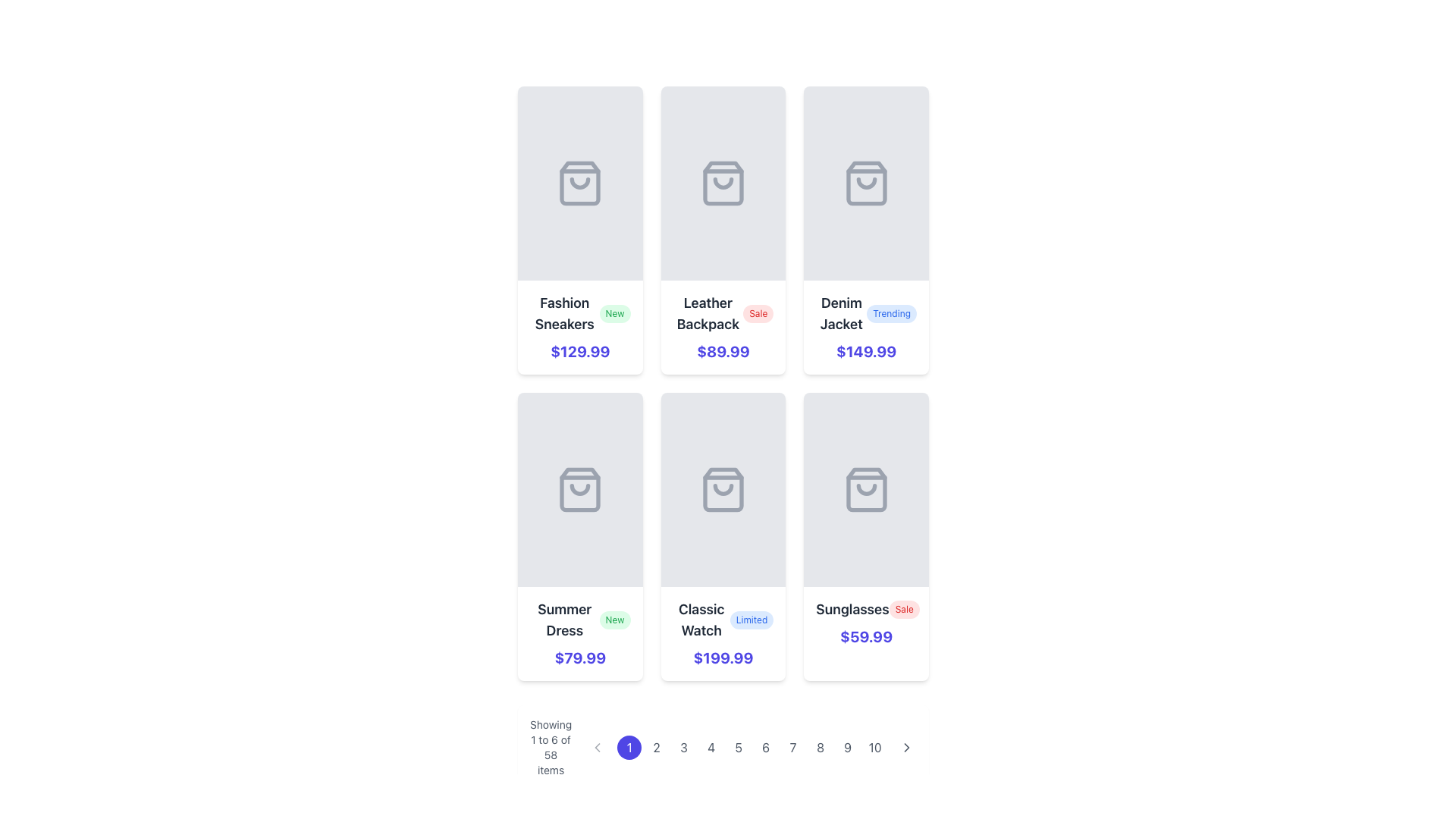 This screenshot has width=1456, height=819. What do you see at coordinates (683, 747) in the screenshot?
I see `the third pagination button located at the bottom center of the interface` at bounding box center [683, 747].